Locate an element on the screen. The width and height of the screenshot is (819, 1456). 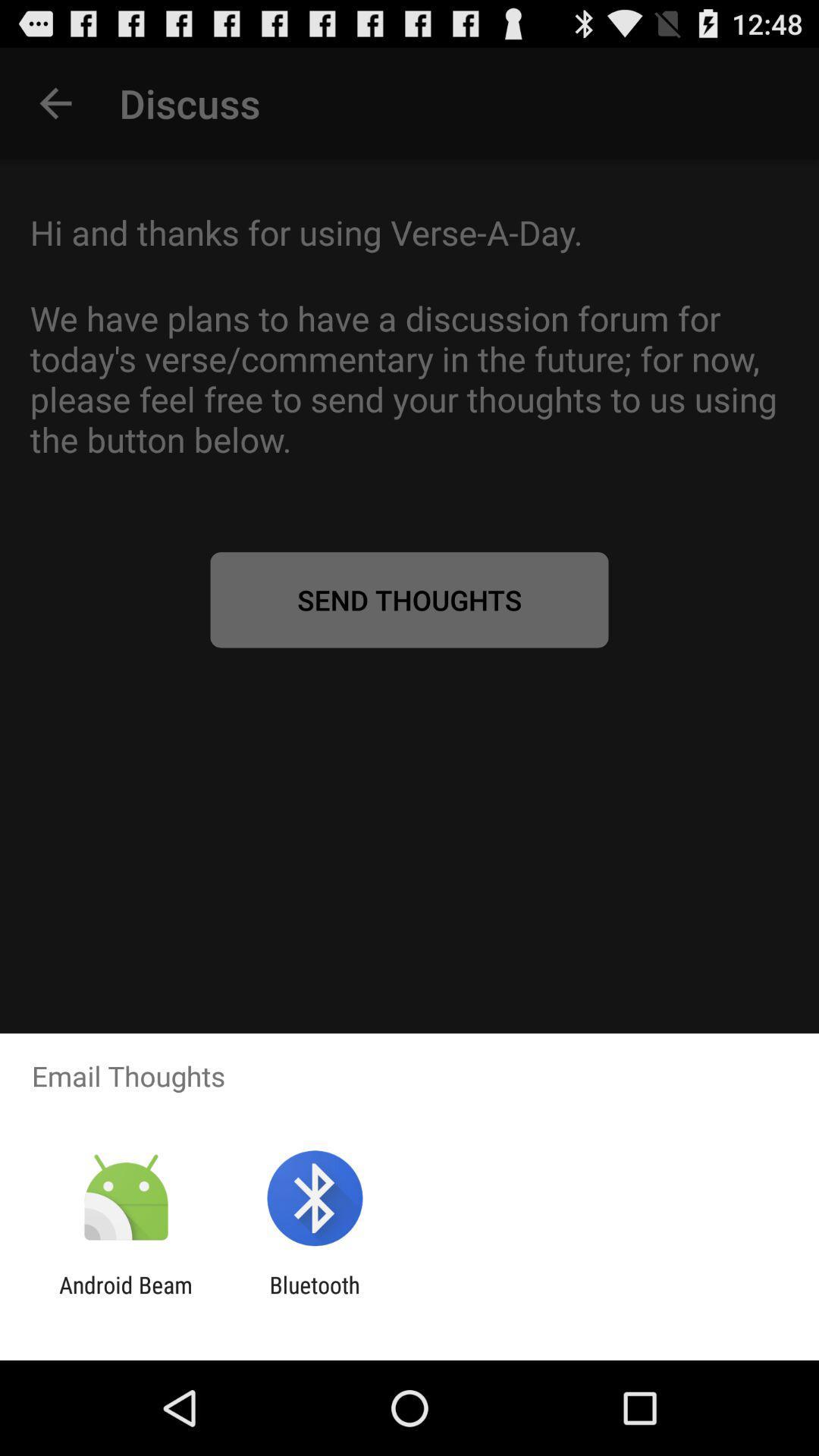
icon to the left of bluetooth icon is located at coordinates (125, 1298).